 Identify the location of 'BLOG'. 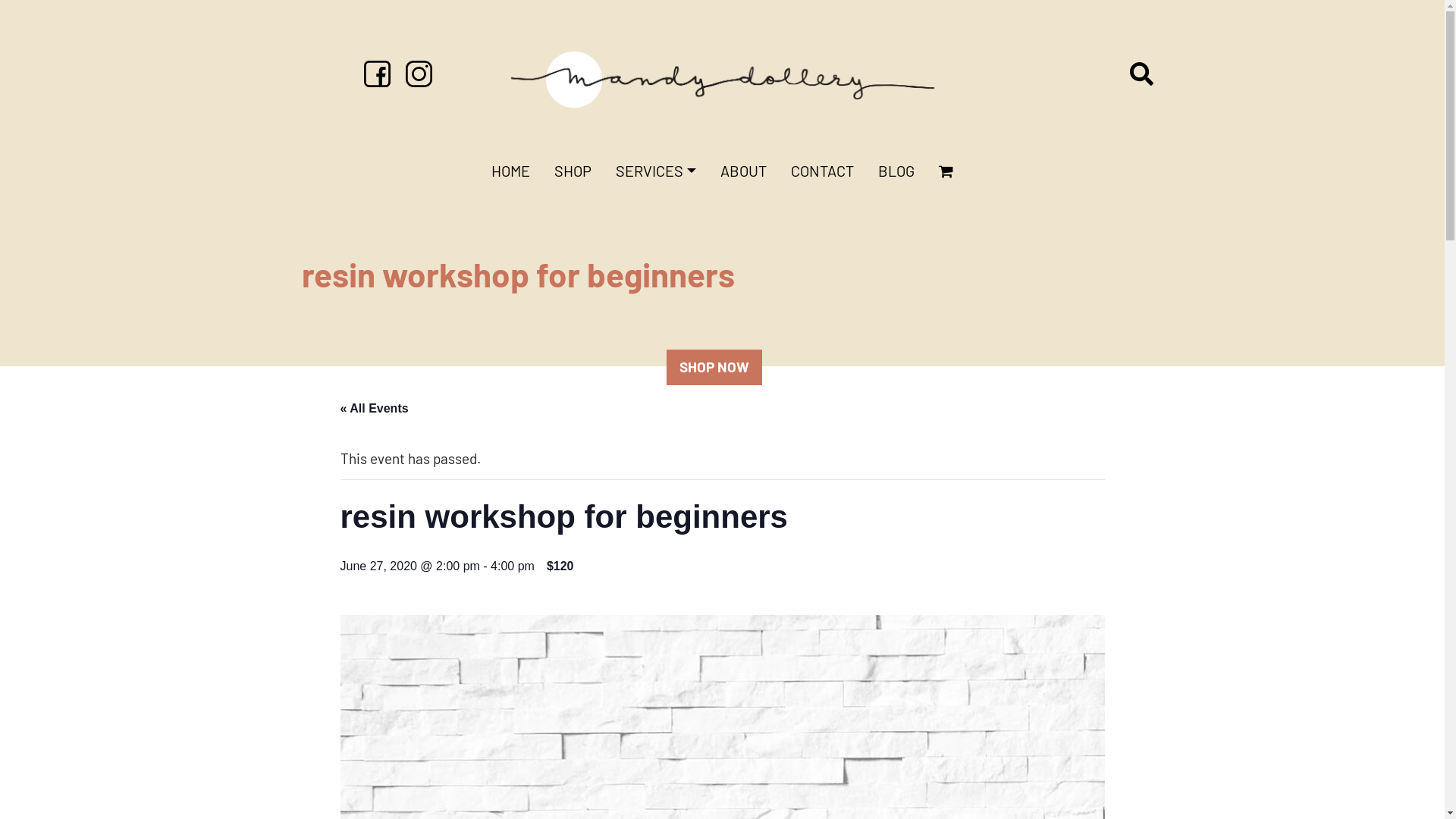
(896, 170).